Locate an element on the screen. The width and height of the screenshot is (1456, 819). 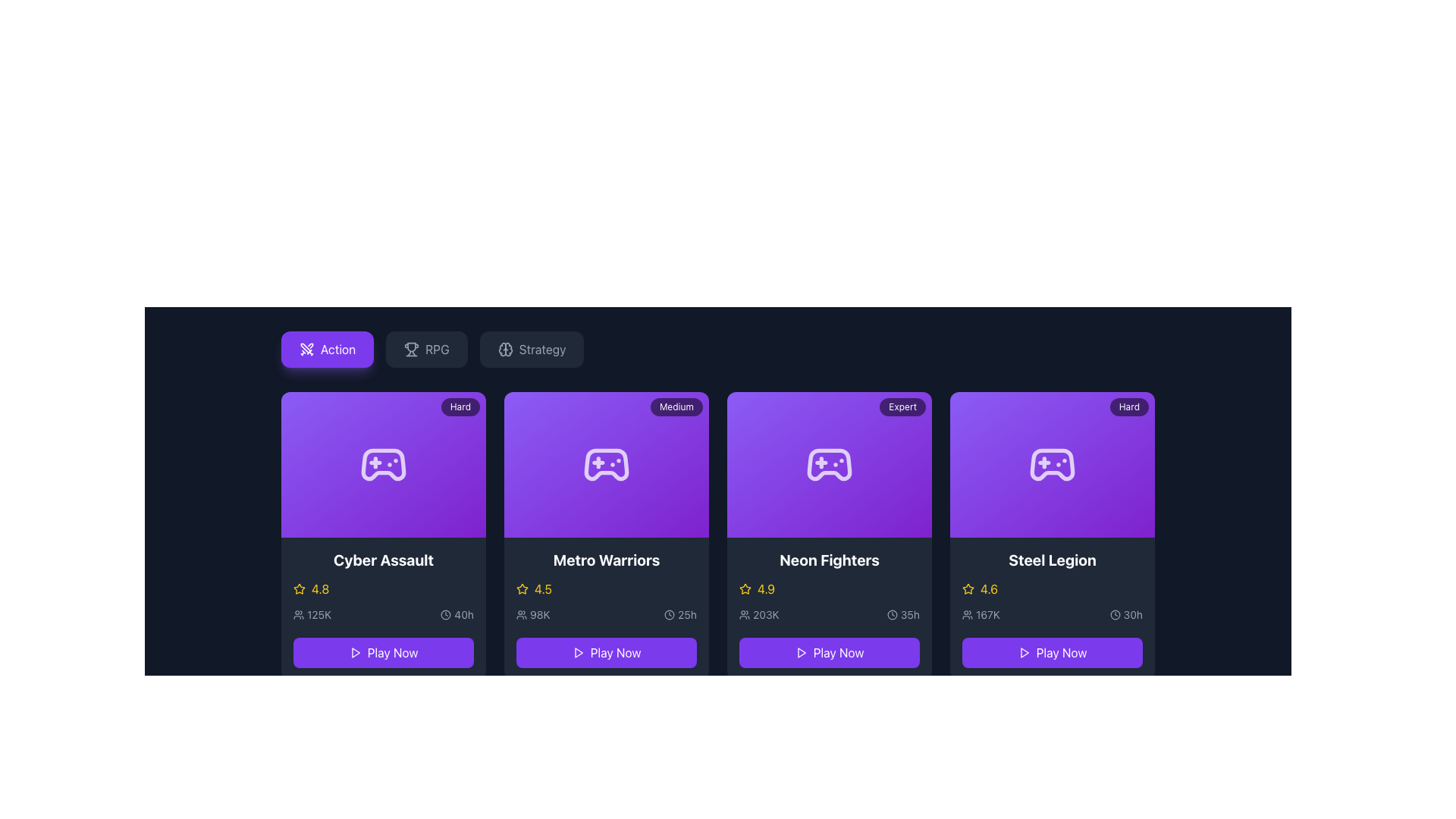
the static text label displaying '167K' located within the 'Steel Legion' card, positioned below the star rating and to the left of a time indicator is located at coordinates (987, 614).